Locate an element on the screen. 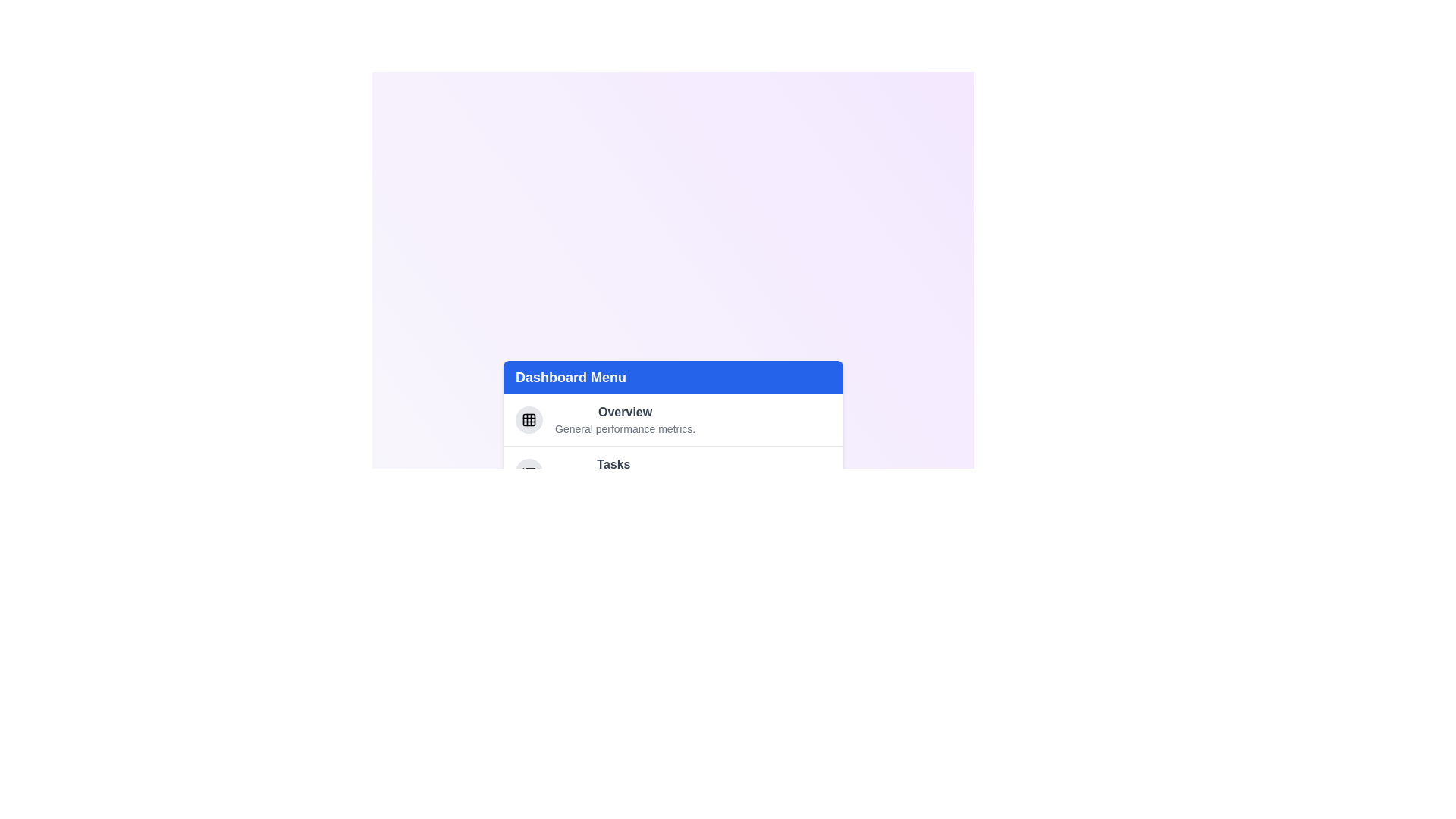 This screenshot has height=819, width=1456. the menu item Overview to inspect its icon and description is located at coordinates (529, 419).